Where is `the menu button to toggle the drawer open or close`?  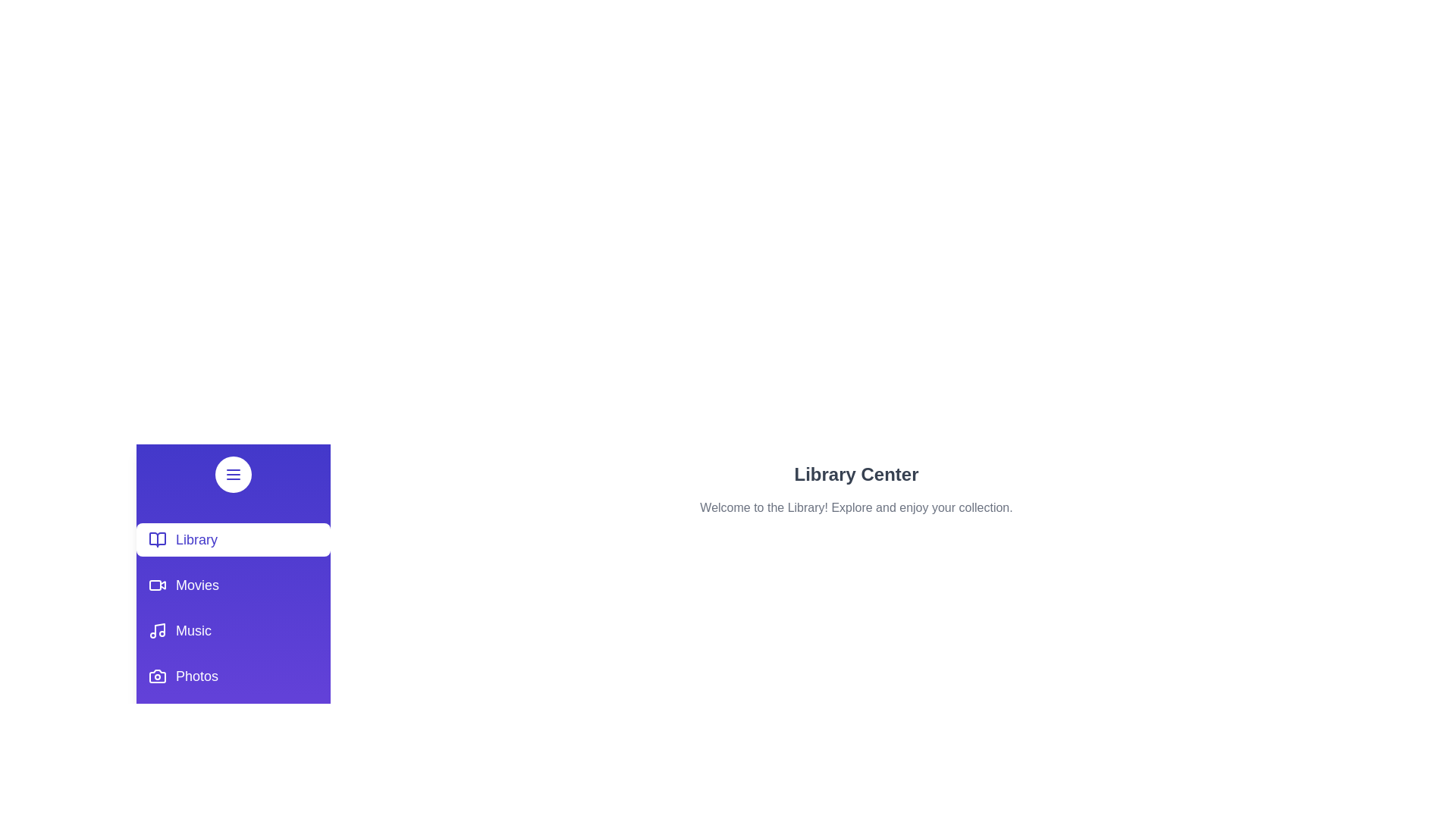 the menu button to toggle the drawer open or close is located at coordinates (232, 473).